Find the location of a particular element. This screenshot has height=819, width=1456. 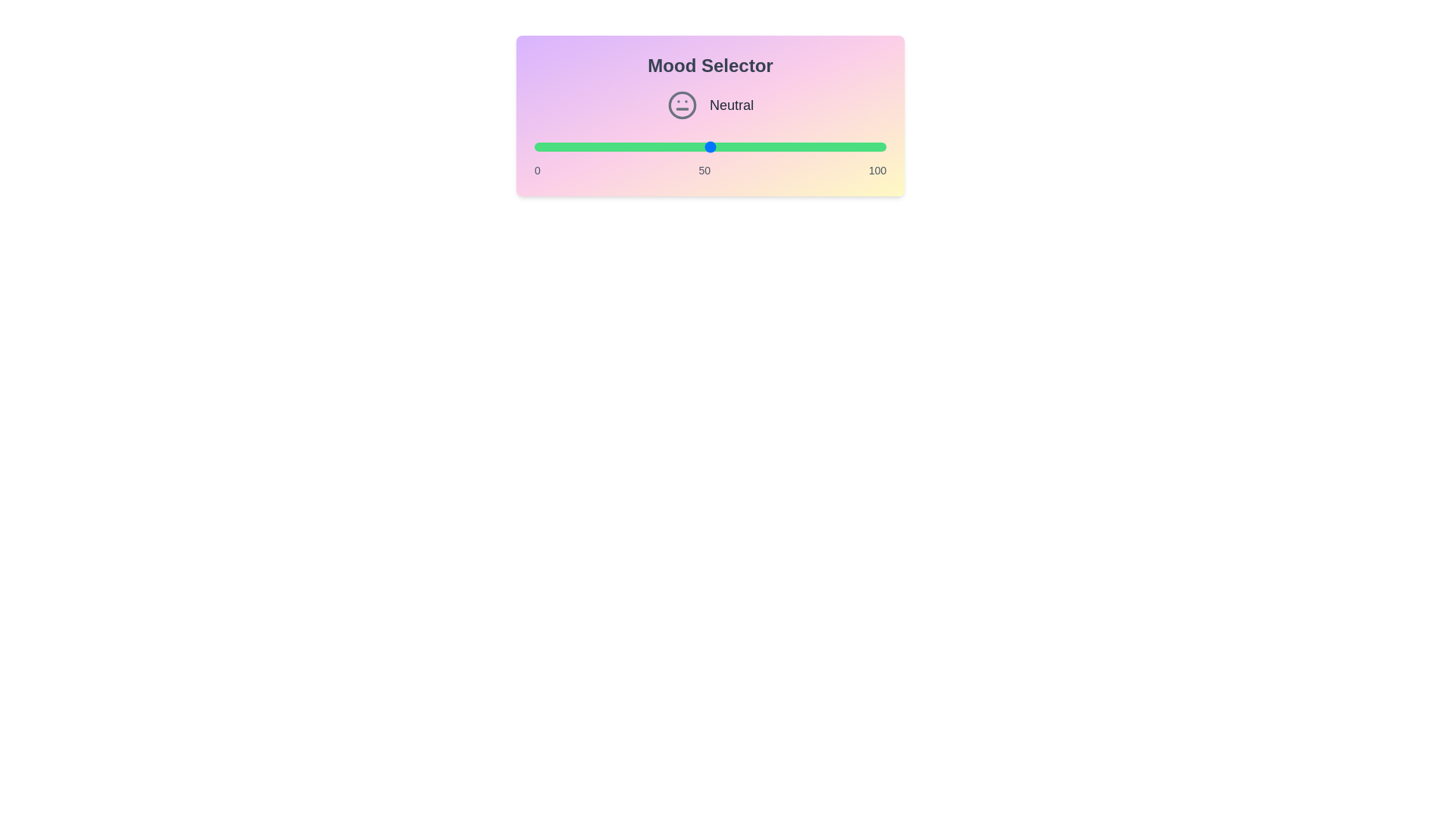

the mood value to 37 by adjusting the slider is located at coordinates (664, 146).